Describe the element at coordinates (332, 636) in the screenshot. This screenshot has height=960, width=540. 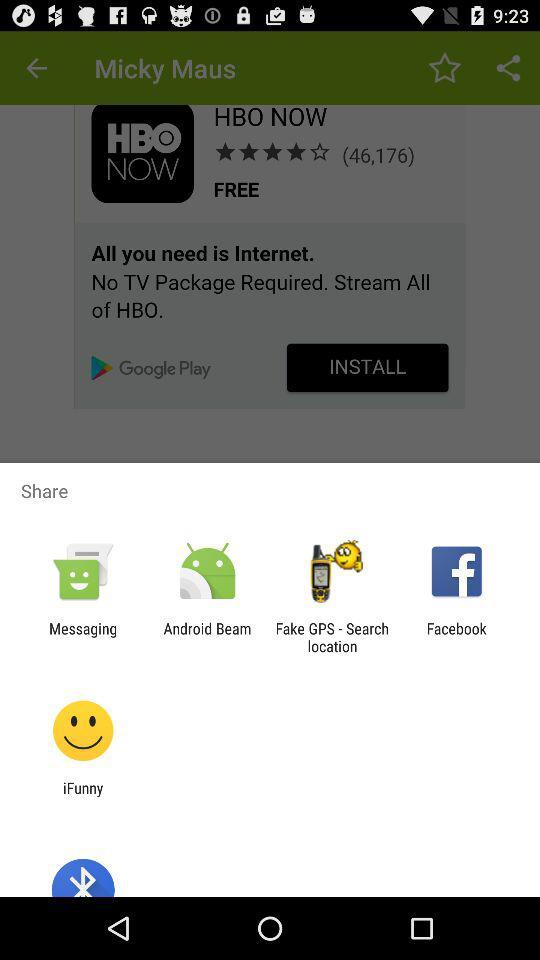
I see `icon next to the facebook icon` at that location.